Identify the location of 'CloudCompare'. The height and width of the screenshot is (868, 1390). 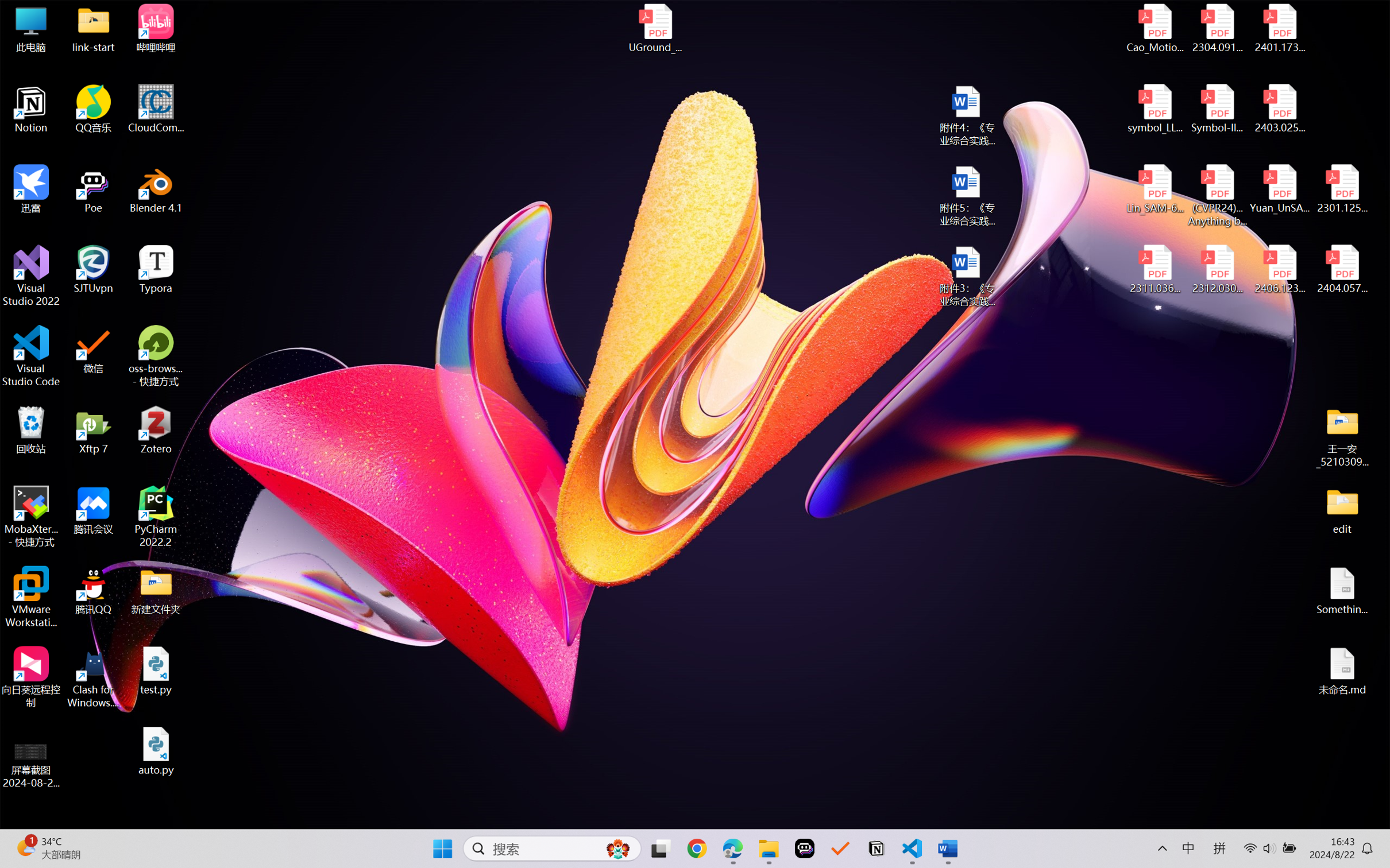
(156, 109).